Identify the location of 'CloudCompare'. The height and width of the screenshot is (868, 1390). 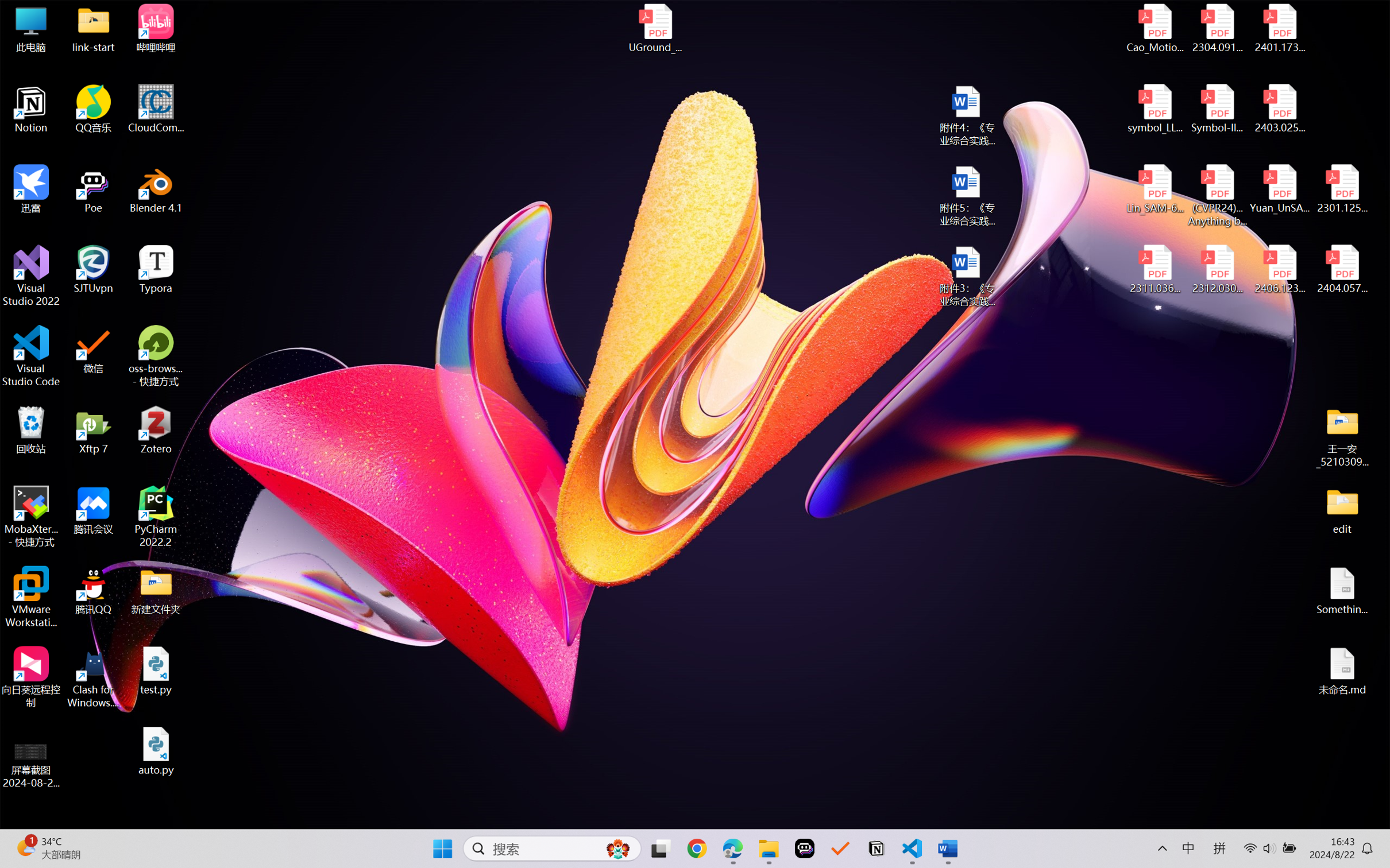
(156, 109).